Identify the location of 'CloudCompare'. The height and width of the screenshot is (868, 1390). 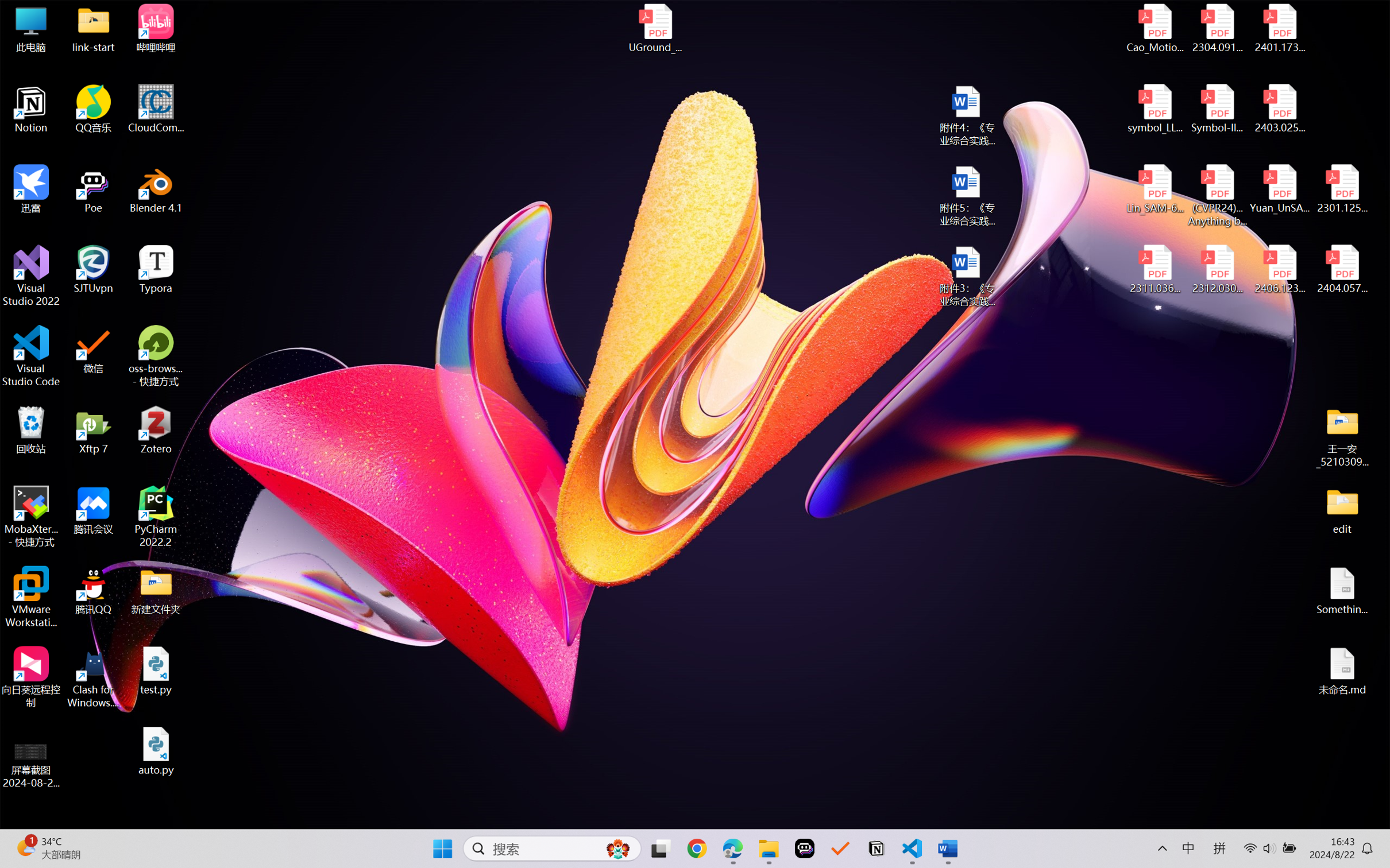
(156, 109).